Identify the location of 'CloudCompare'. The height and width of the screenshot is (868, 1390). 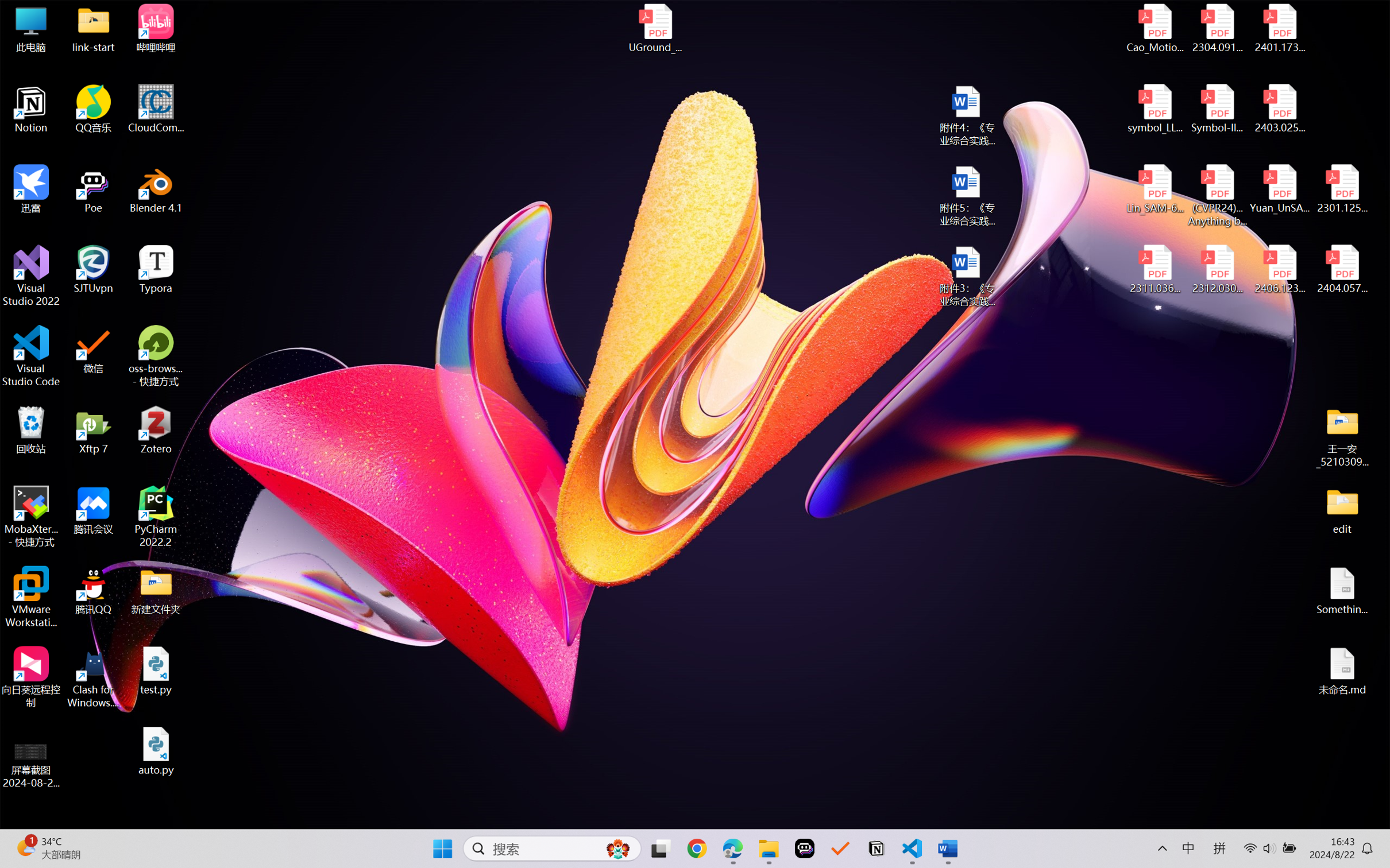
(156, 109).